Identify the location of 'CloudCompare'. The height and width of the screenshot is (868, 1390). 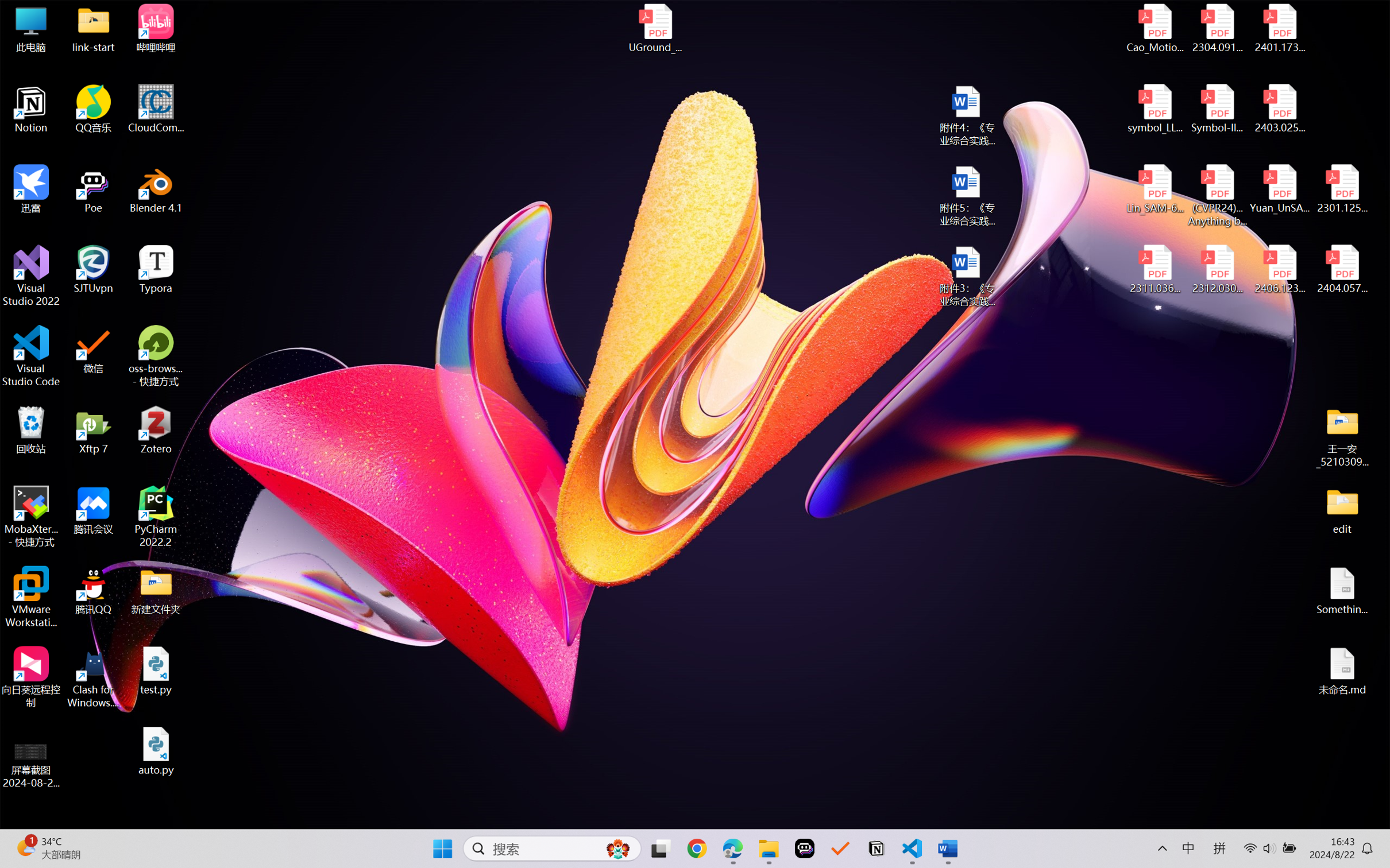
(156, 109).